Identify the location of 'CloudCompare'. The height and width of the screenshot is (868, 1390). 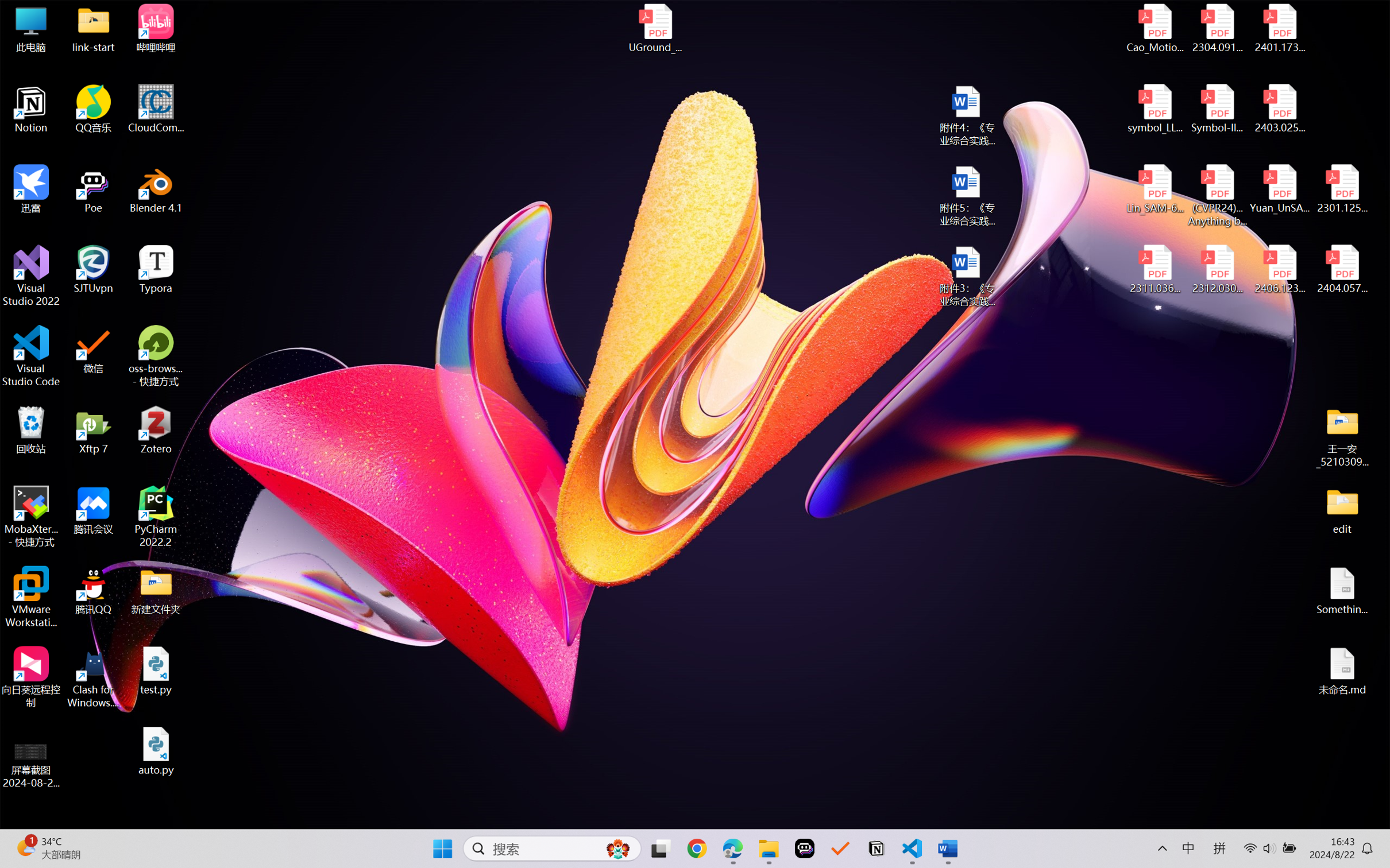
(156, 109).